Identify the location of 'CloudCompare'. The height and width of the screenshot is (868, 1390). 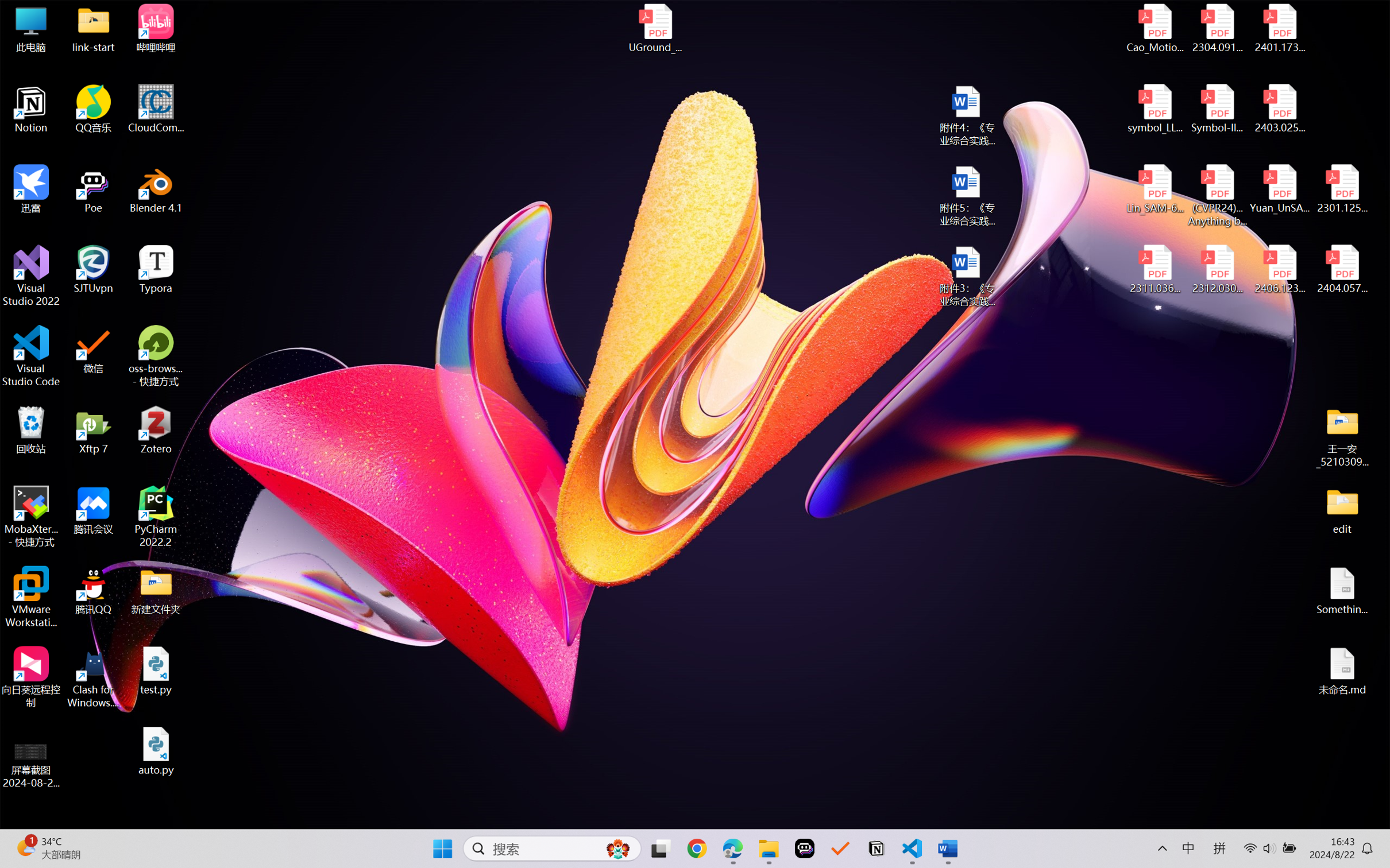
(156, 109).